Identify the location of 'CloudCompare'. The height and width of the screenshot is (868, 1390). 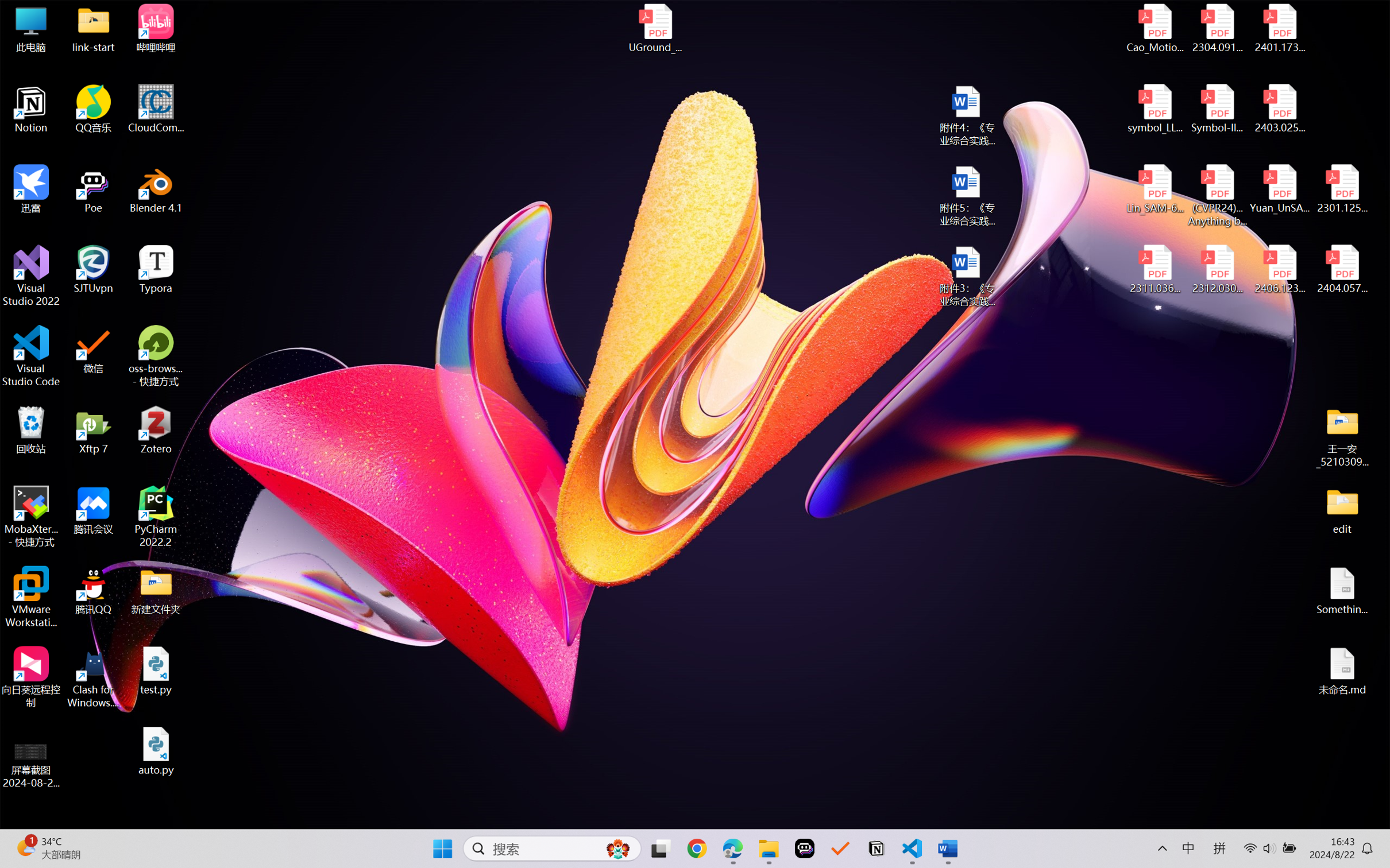
(156, 109).